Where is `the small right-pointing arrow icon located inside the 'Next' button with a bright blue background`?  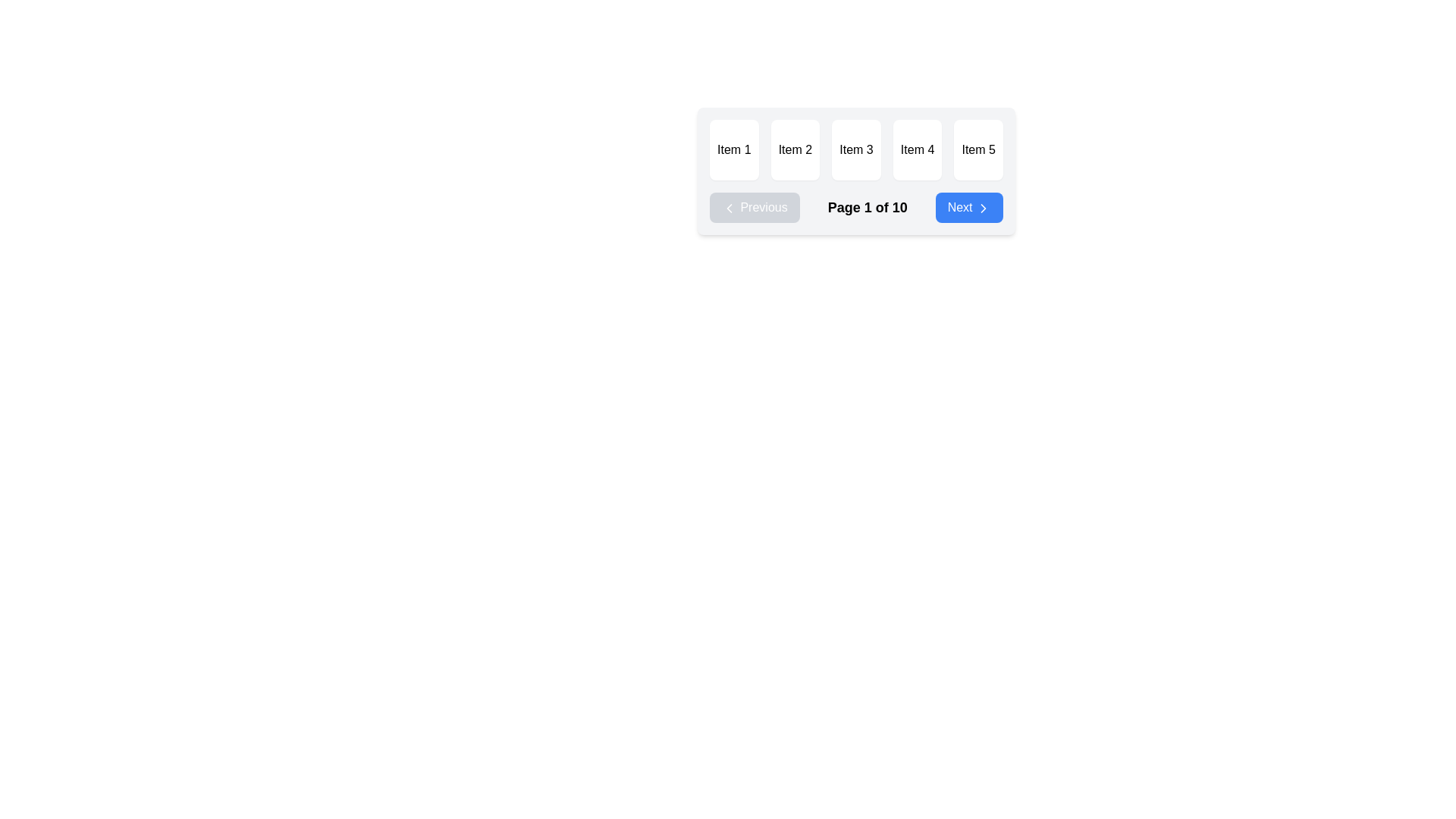 the small right-pointing arrow icon located inside the 'Next' button with a bright blue background is located at coordinates (983, 207).